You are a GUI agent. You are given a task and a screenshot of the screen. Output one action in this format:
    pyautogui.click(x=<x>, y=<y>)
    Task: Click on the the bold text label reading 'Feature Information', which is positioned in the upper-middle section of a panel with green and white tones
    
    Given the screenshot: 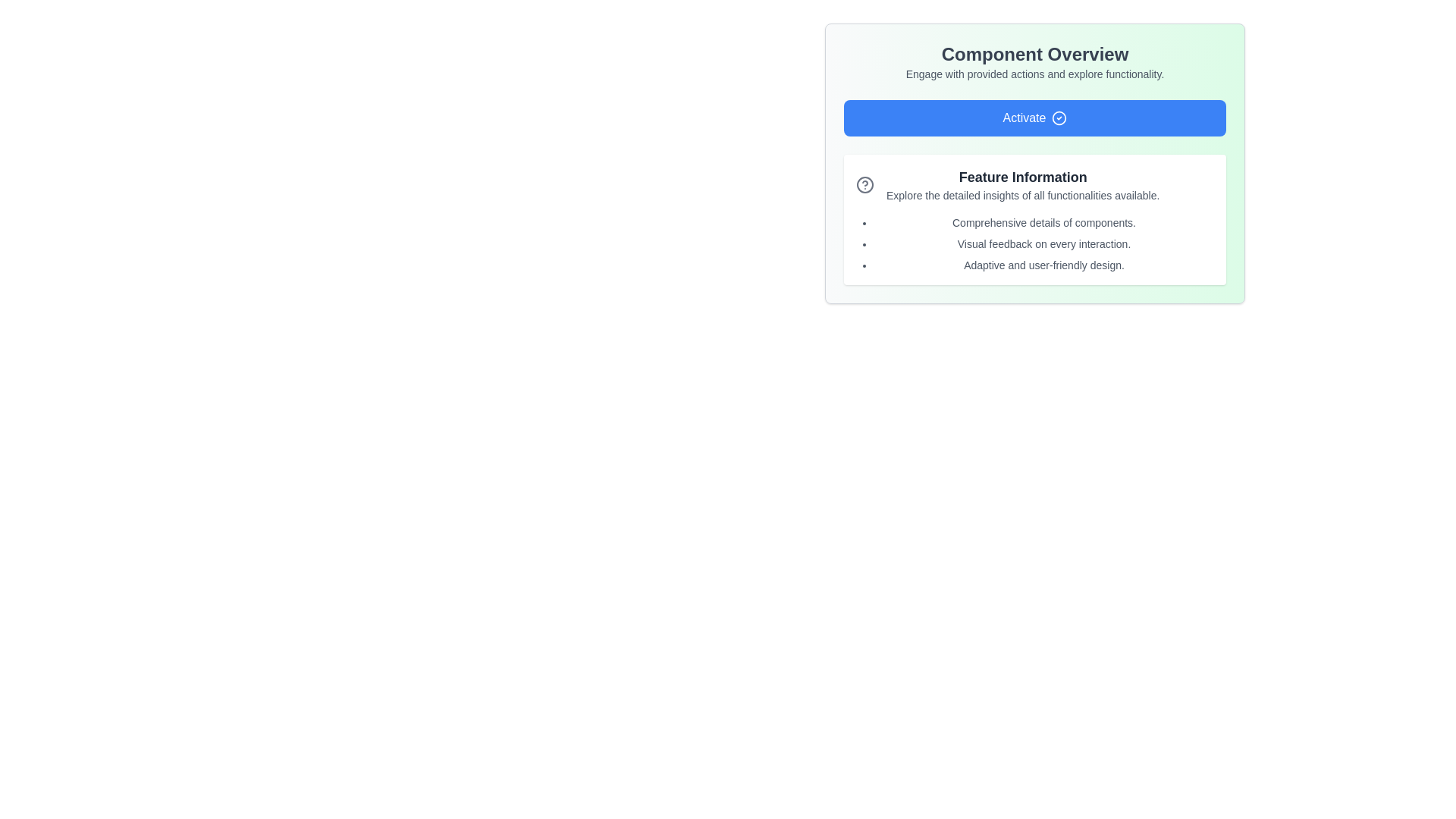 What is the action you would take?
    pyautogui.click(x=1023, y=177)
    